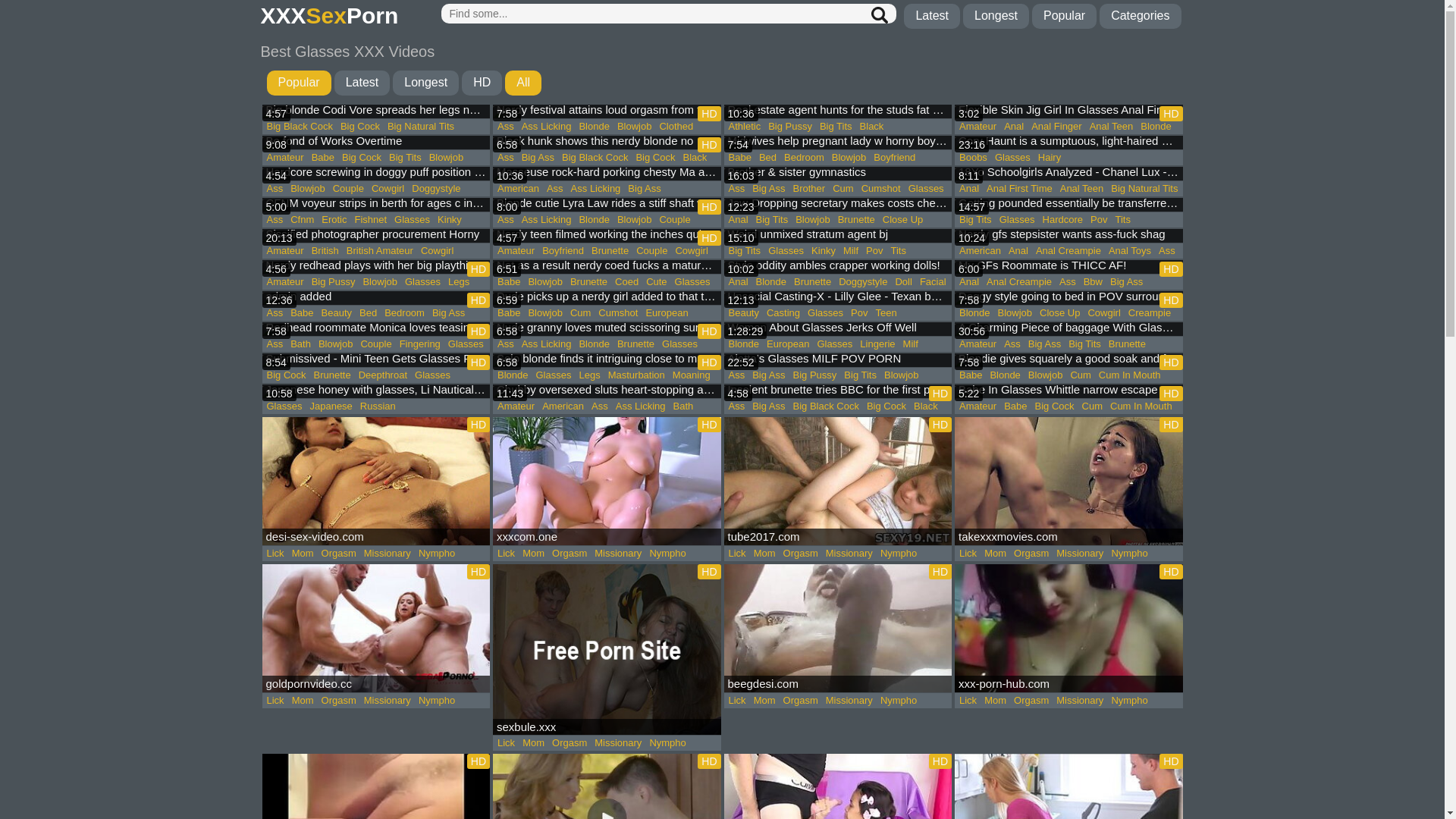 This screenshot has width=1456, height=819. Describe the element at coordinates (303, 553) in the screenshot. I see `'Mom'` at that location.